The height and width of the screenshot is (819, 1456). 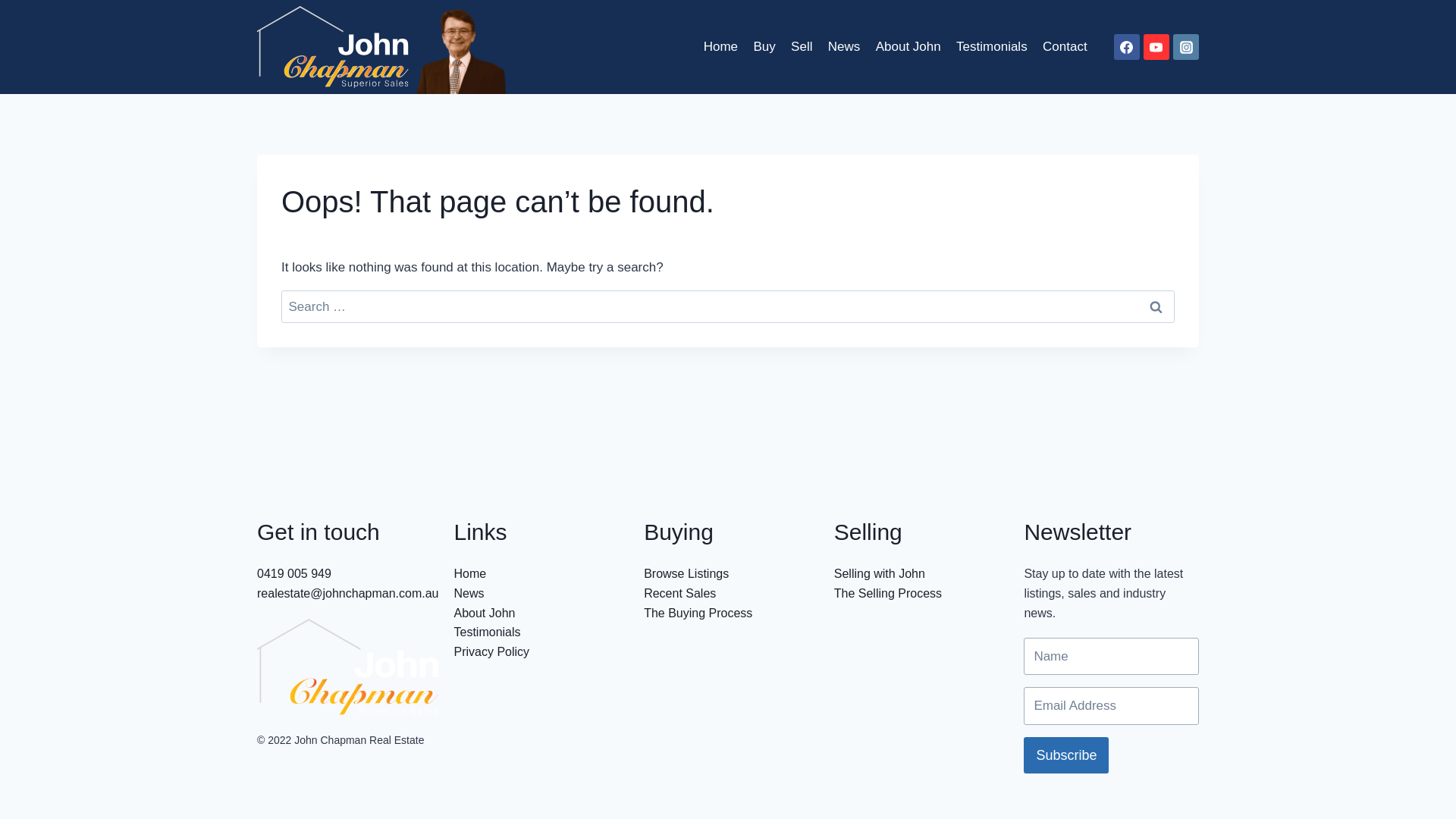 What do you see at coordinates (679, 592) in the screenshot?
I see `'Recent Sales'` at bounding box center [679, 592].